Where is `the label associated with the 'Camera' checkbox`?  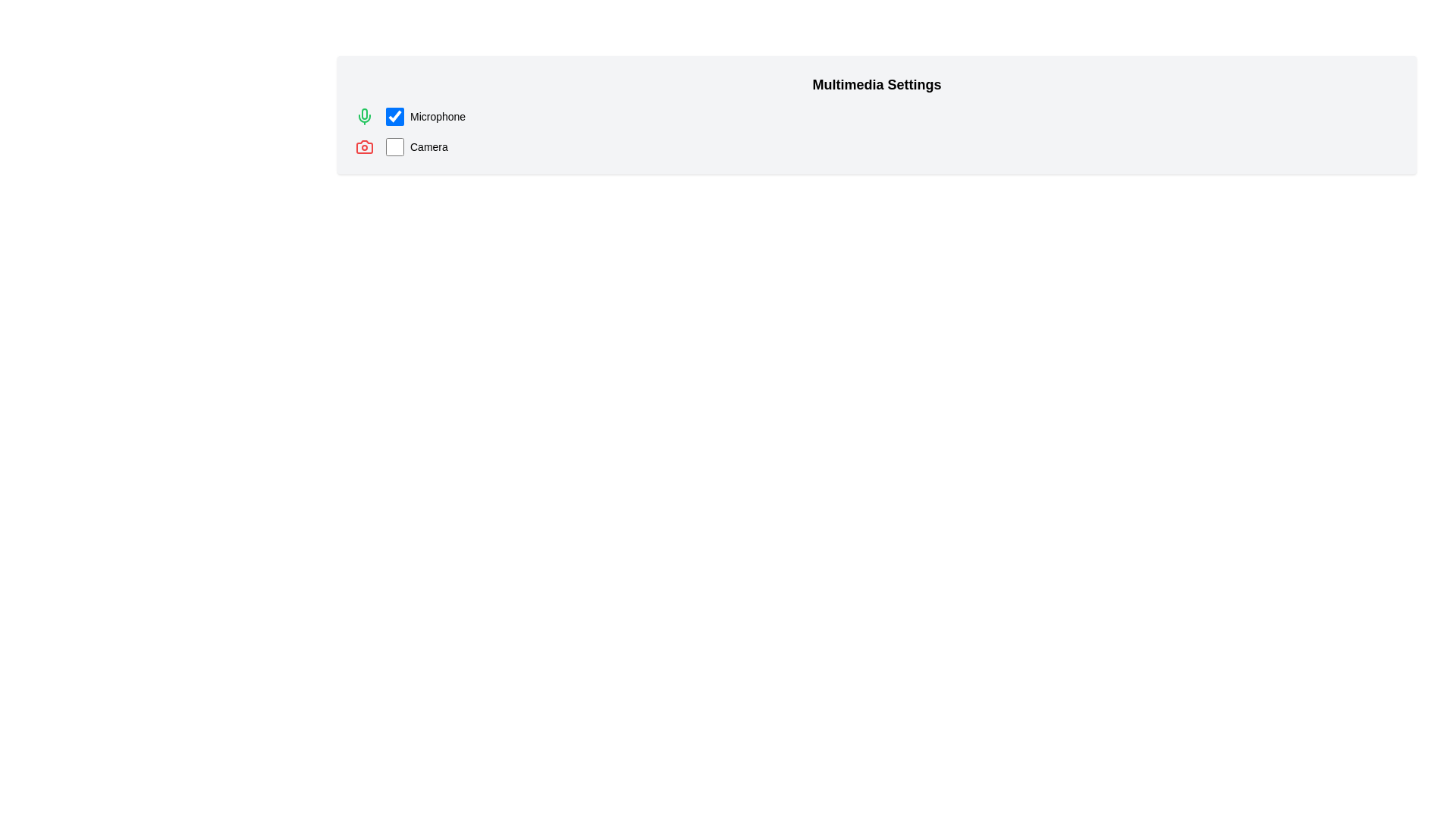
the label associated with the 'Camera' checkbox is located at coordinates (428, 146).